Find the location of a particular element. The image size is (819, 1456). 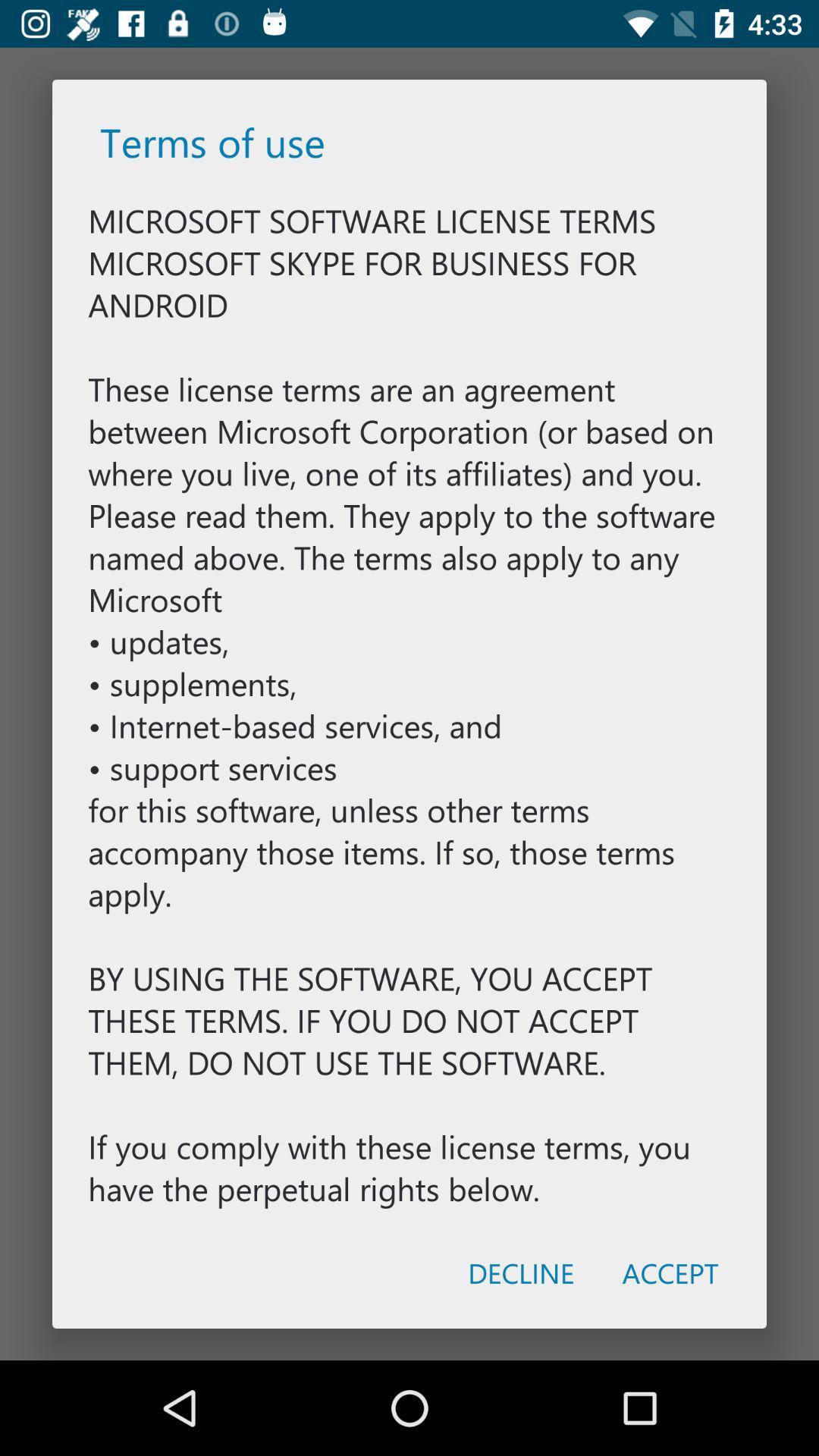

the decline item is located at coordinates (520, 1272).